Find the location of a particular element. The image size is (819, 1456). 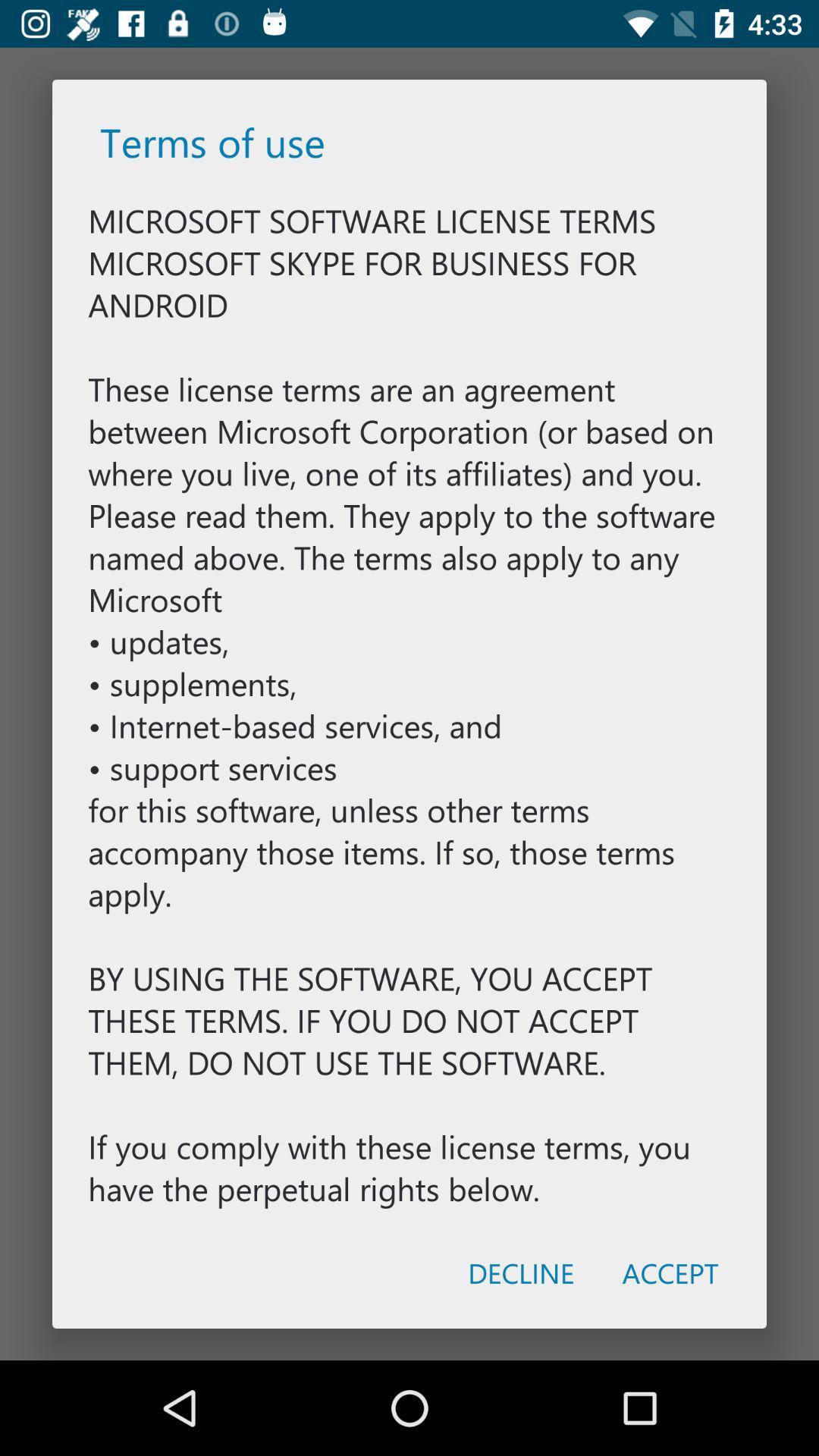

the decline item is located at coordinates (520, 1272).